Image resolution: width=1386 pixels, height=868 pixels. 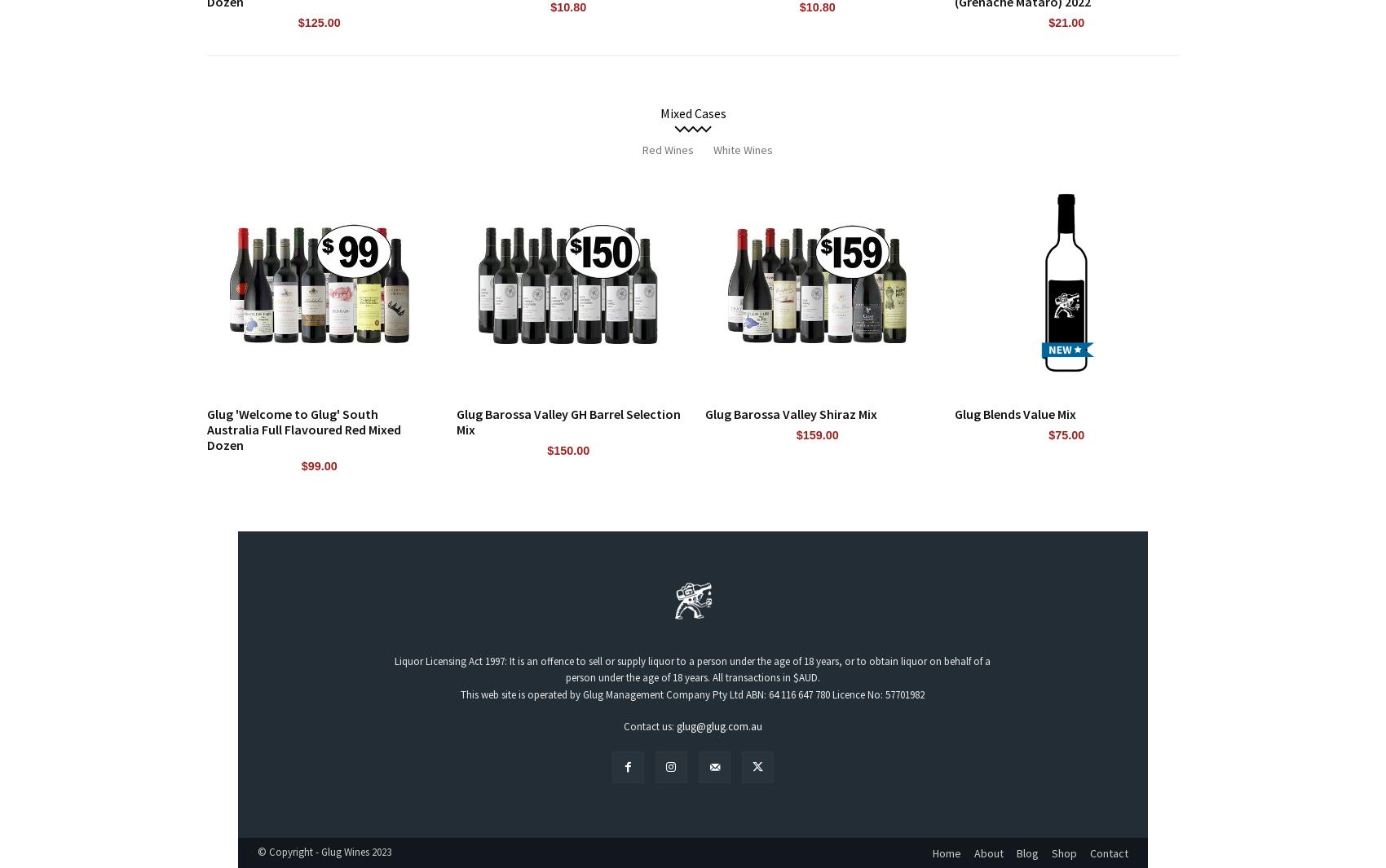 I want to click on '© Copyright - Glug Wines 2023', so click(x=323, y=852).